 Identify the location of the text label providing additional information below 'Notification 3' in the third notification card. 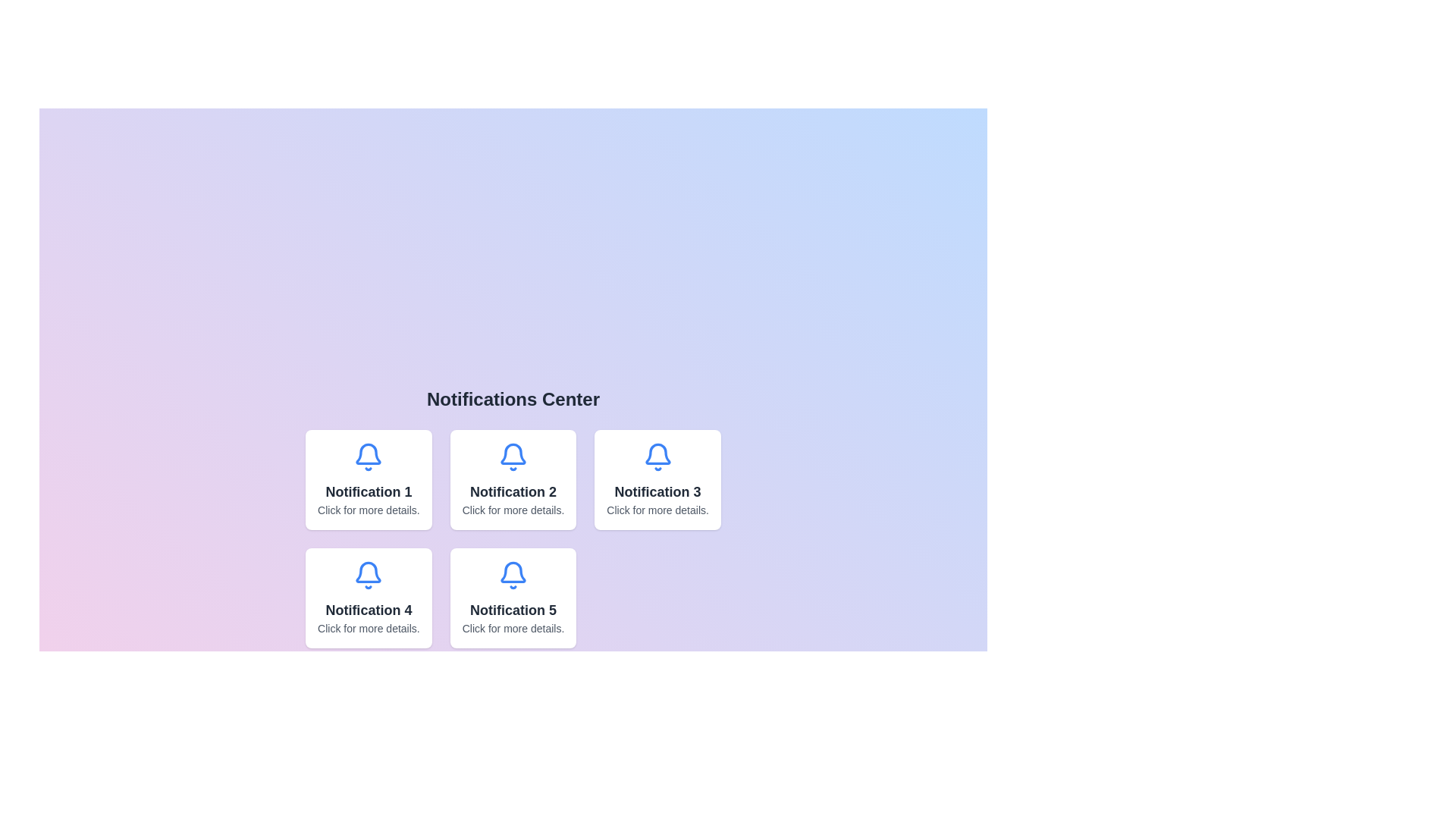
(657, 510).